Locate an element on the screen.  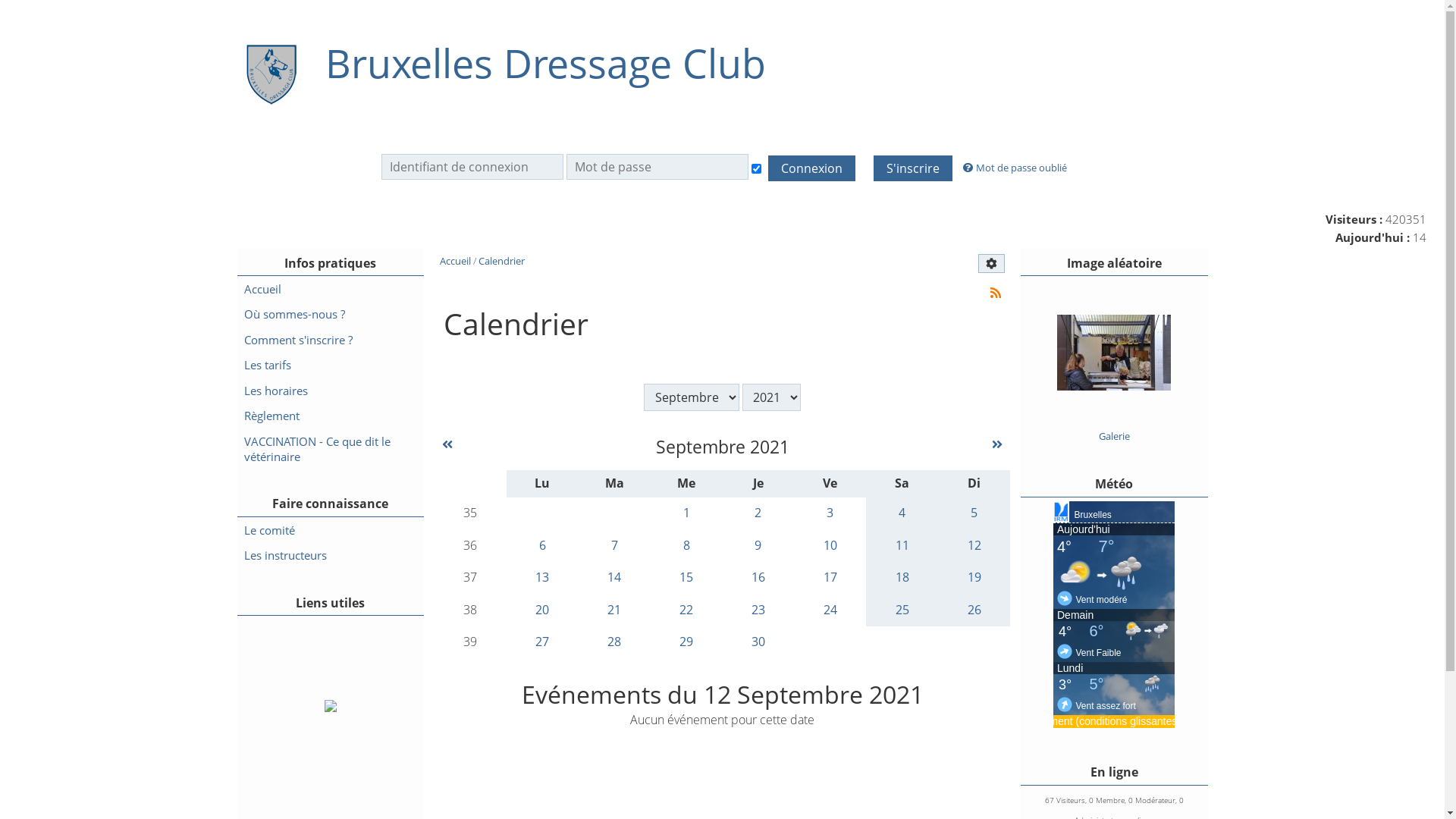
'4' is located at coordinates (902, 513).